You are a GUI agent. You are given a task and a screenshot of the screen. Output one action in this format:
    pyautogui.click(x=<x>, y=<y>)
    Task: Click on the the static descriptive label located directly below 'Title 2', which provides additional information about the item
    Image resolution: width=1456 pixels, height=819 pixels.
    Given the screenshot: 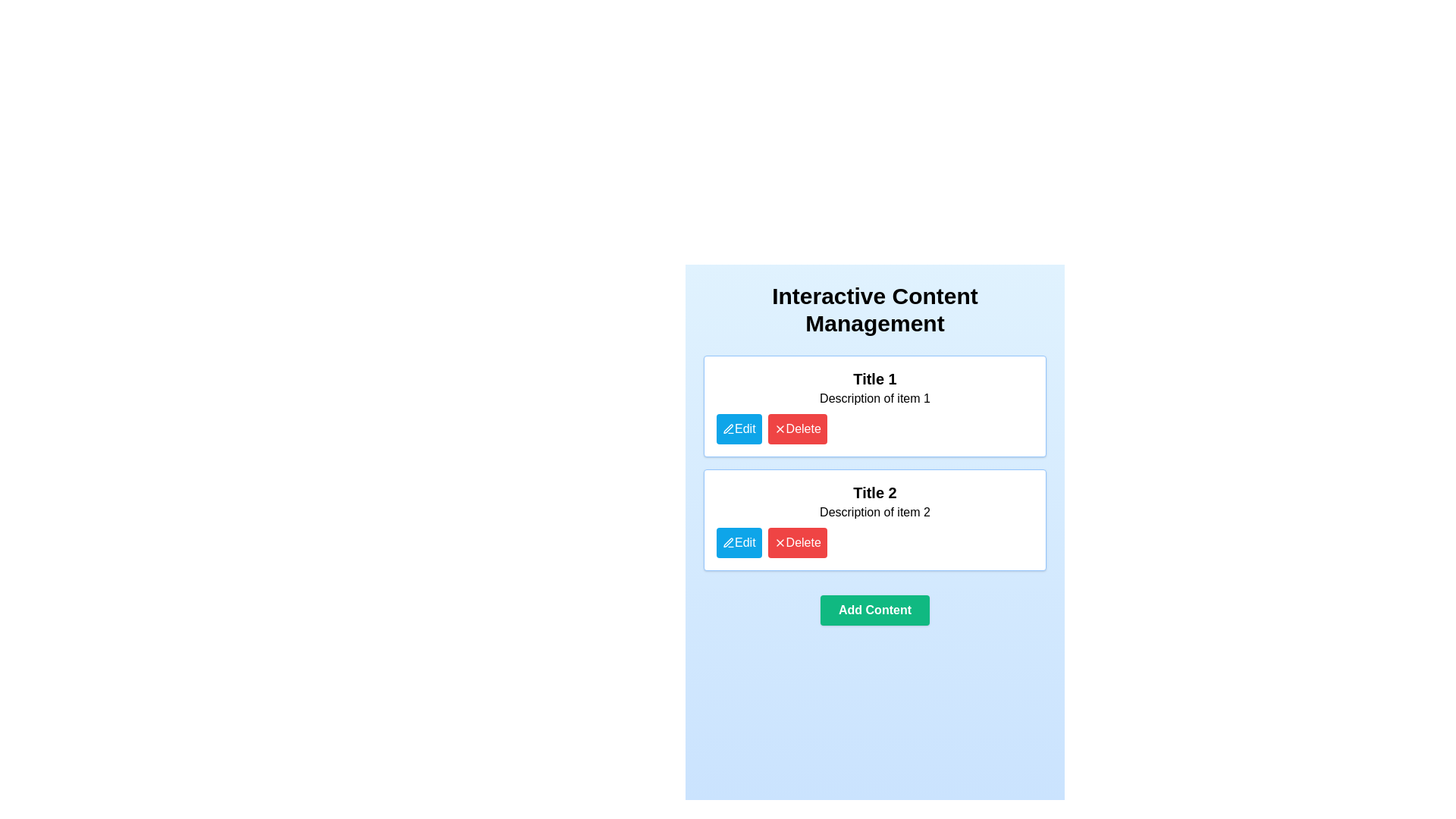 What is the action you would take?
    pyautogui.click(x=874, y=512)
    